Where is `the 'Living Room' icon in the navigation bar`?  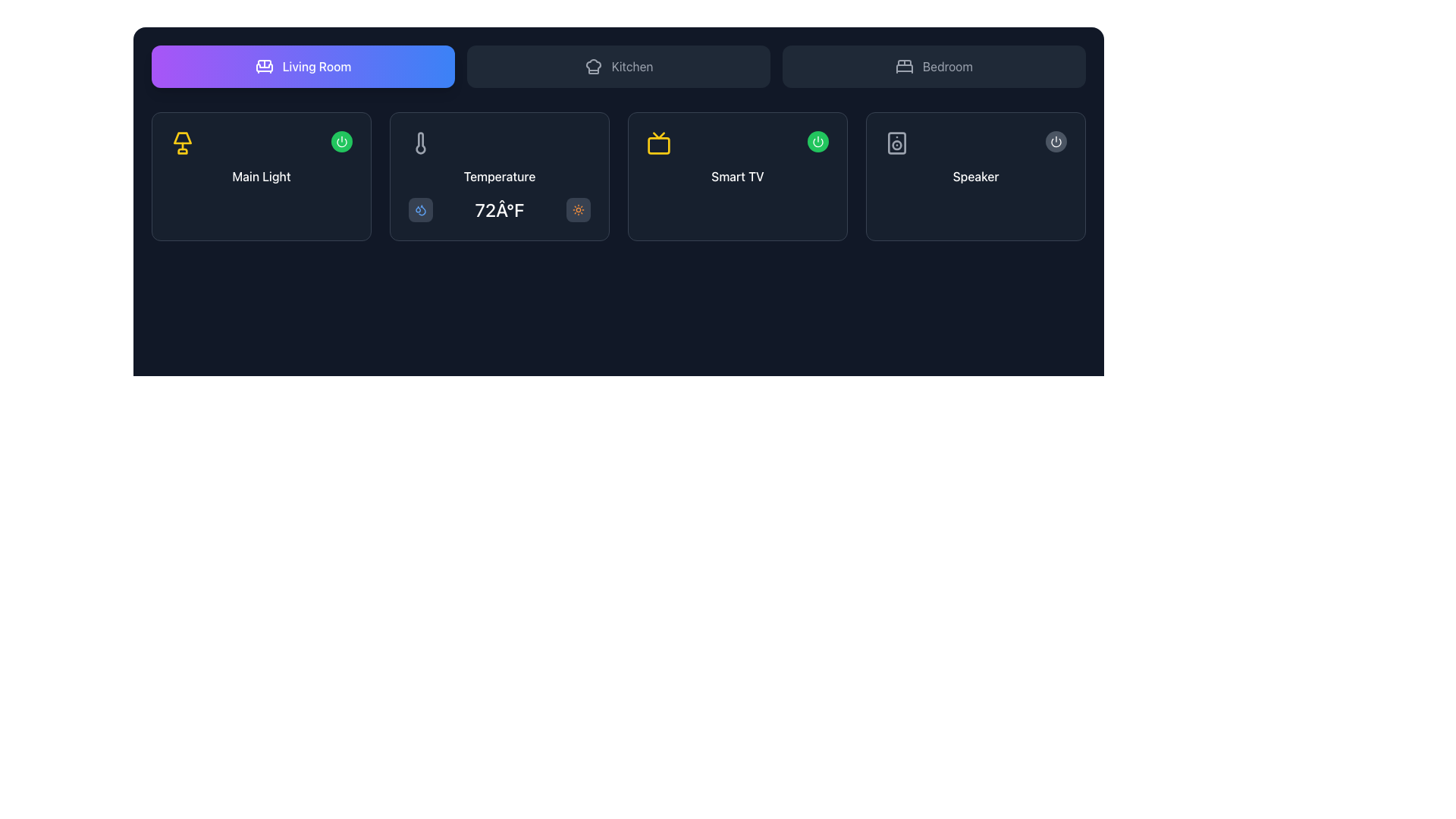 the 'Living Room' icon in the navigation bar is located at coordinates (264, 66).